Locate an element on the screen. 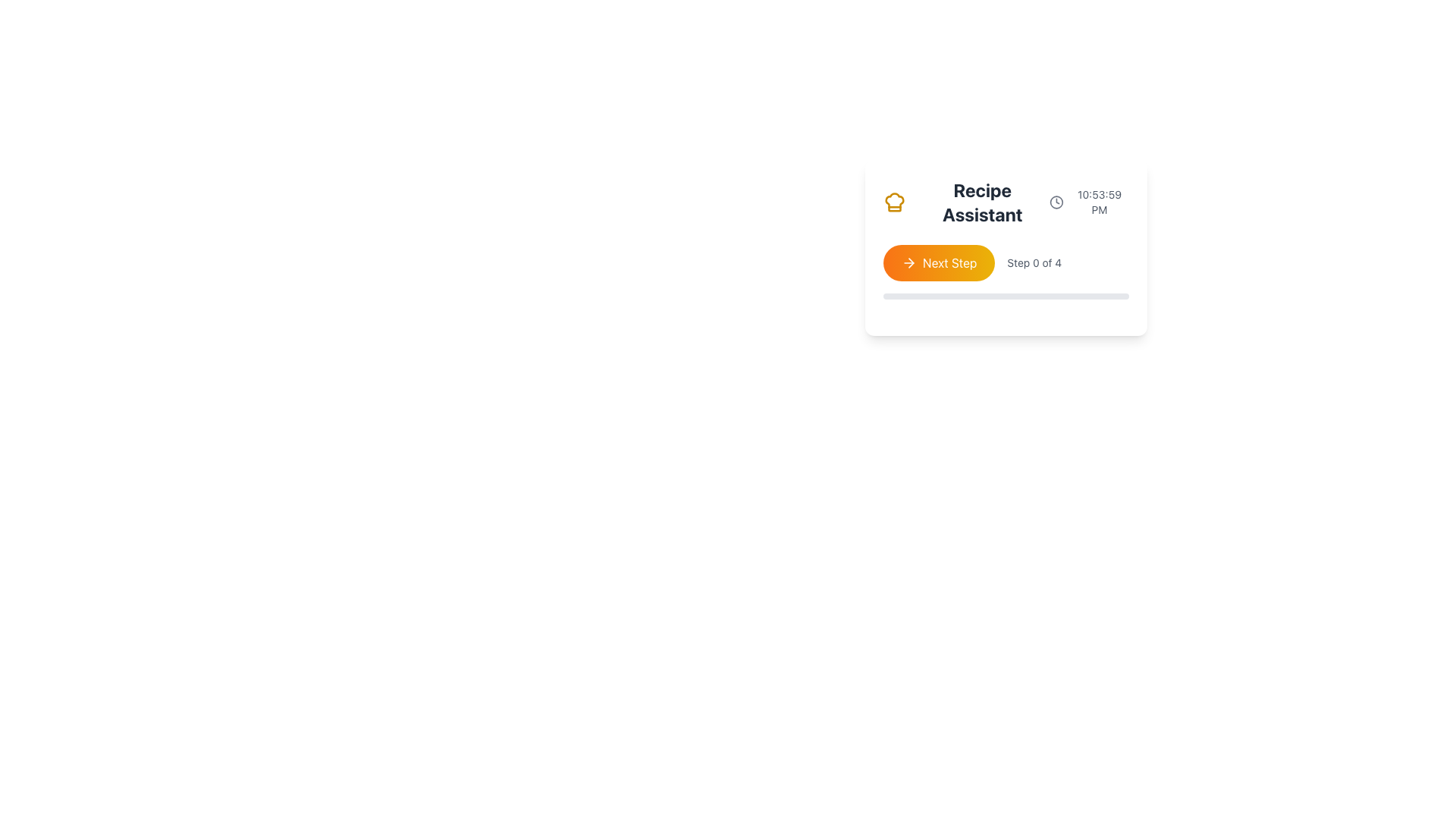  the circular SVG element representing the clock's face, which serves as the foundational layout for the clock icon located at the top-right section of the user interface card is located at coordinates (1056, 201).